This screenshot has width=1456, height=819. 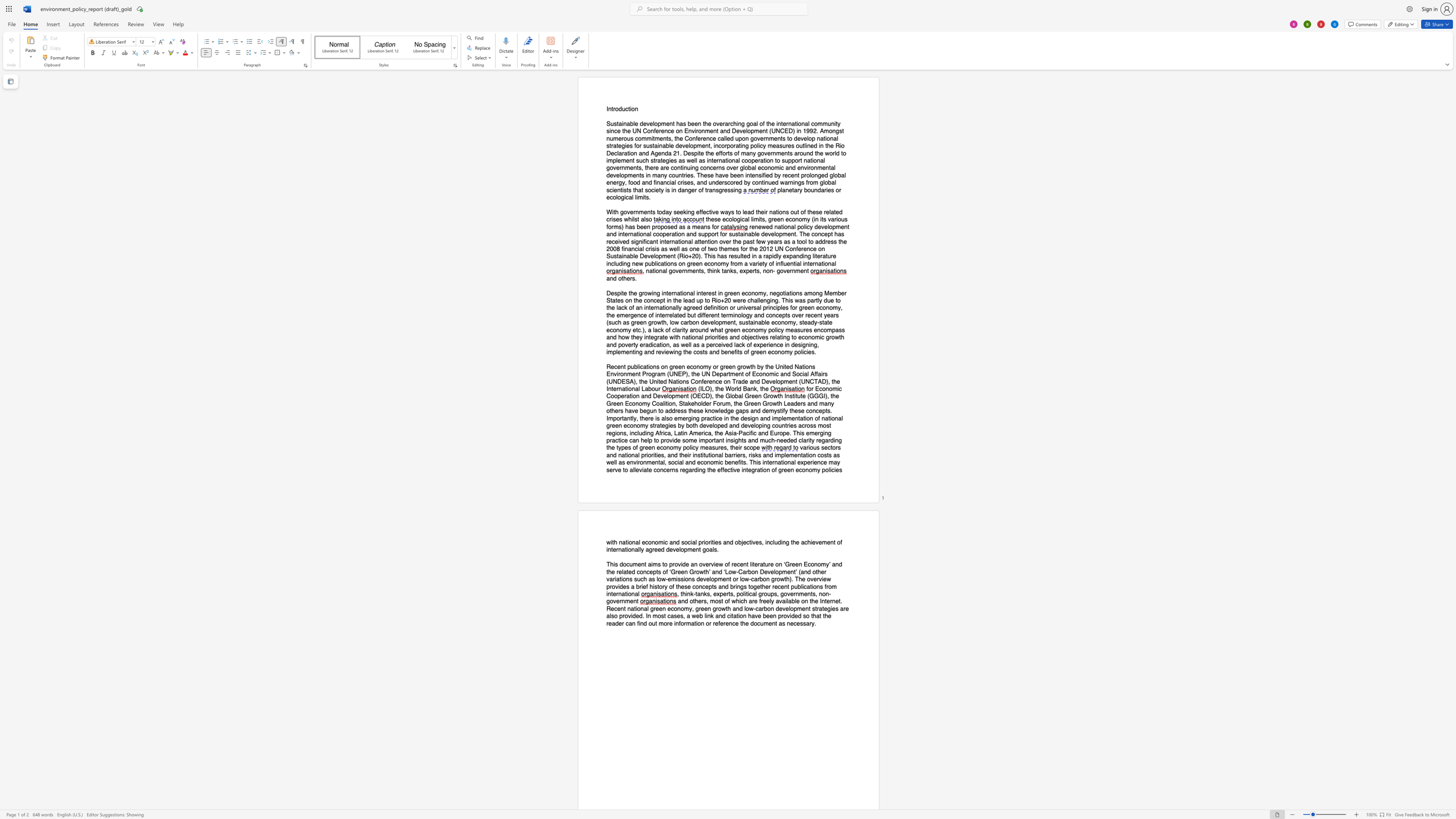 I want to click on the 2th character "f" in the text, so click(x=723, y=469).